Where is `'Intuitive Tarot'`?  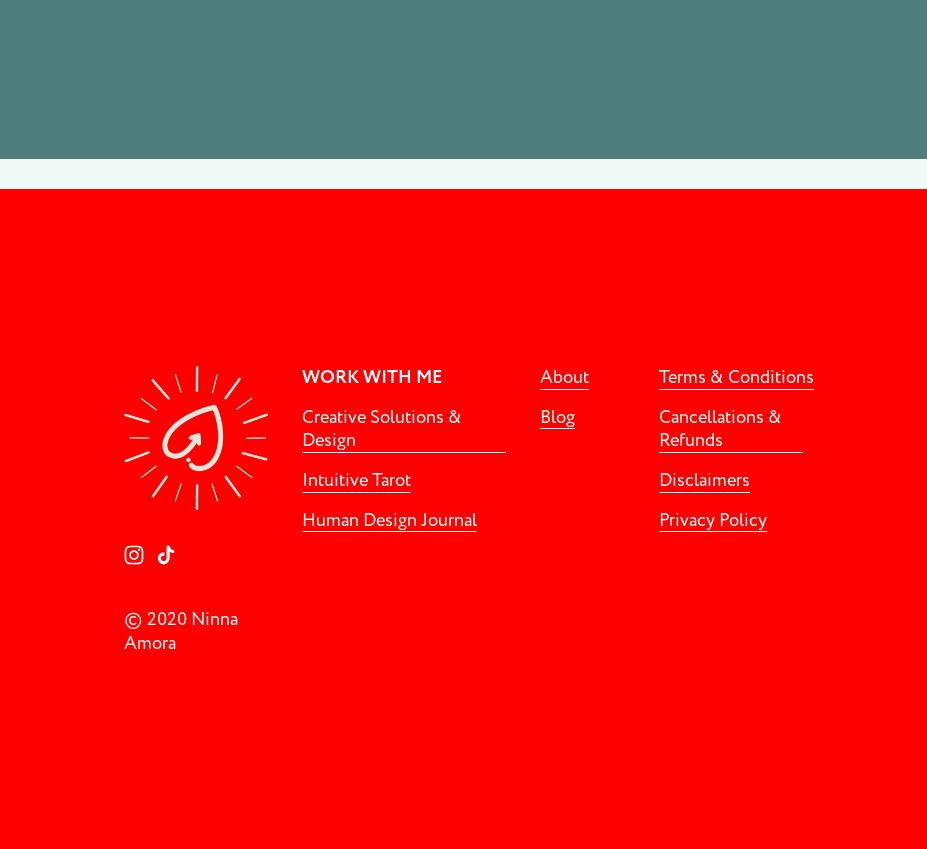
'Intuitive Tarot' is located at coordinates (355, 479).